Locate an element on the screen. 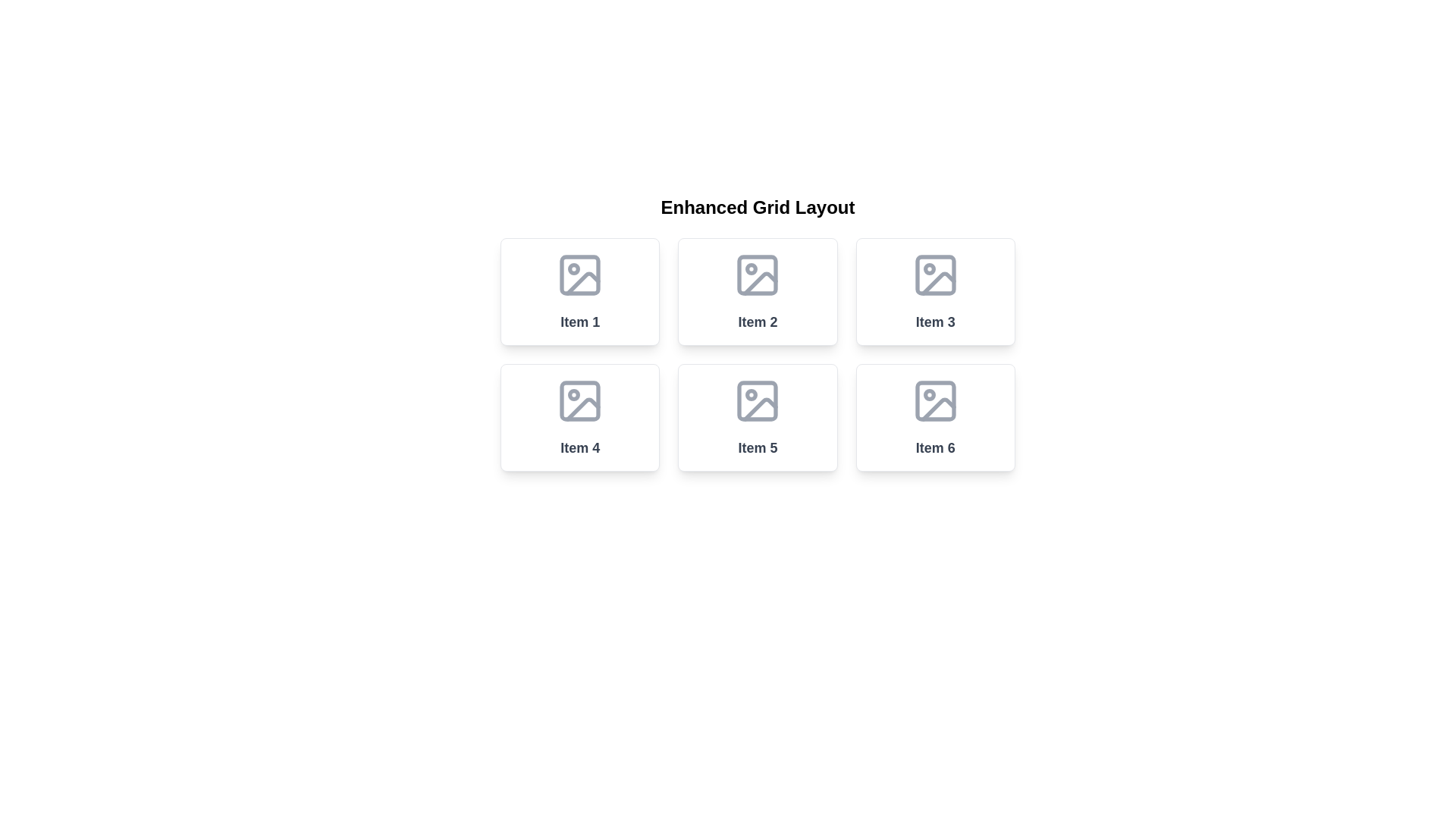 The height and width of the screenshot is (819, 1456). the image icon representing 'Item 5' which has a gray outline and a generic image symbol is located at coordinates (758, 400).